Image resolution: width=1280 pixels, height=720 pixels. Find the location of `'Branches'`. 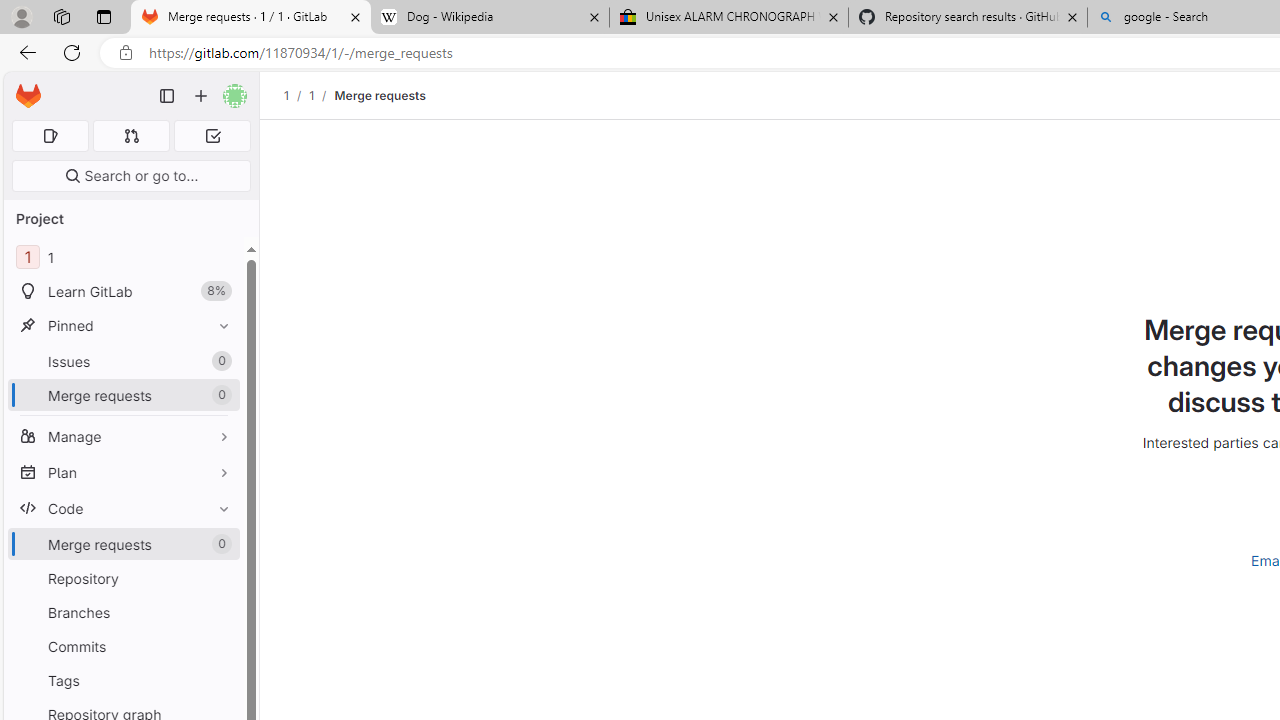

'Branches' is located at coordinates (123, 611).